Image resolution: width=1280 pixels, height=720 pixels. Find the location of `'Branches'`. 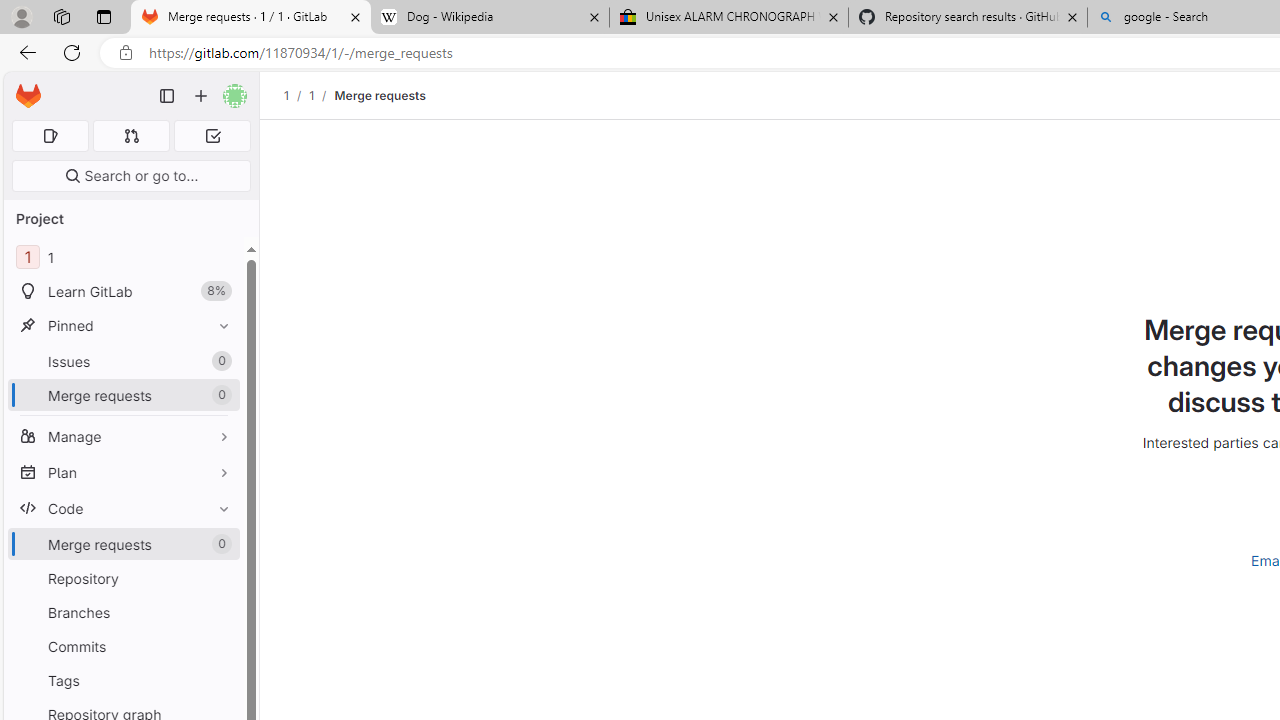

'Branches' is located at coordinates (123, 611).